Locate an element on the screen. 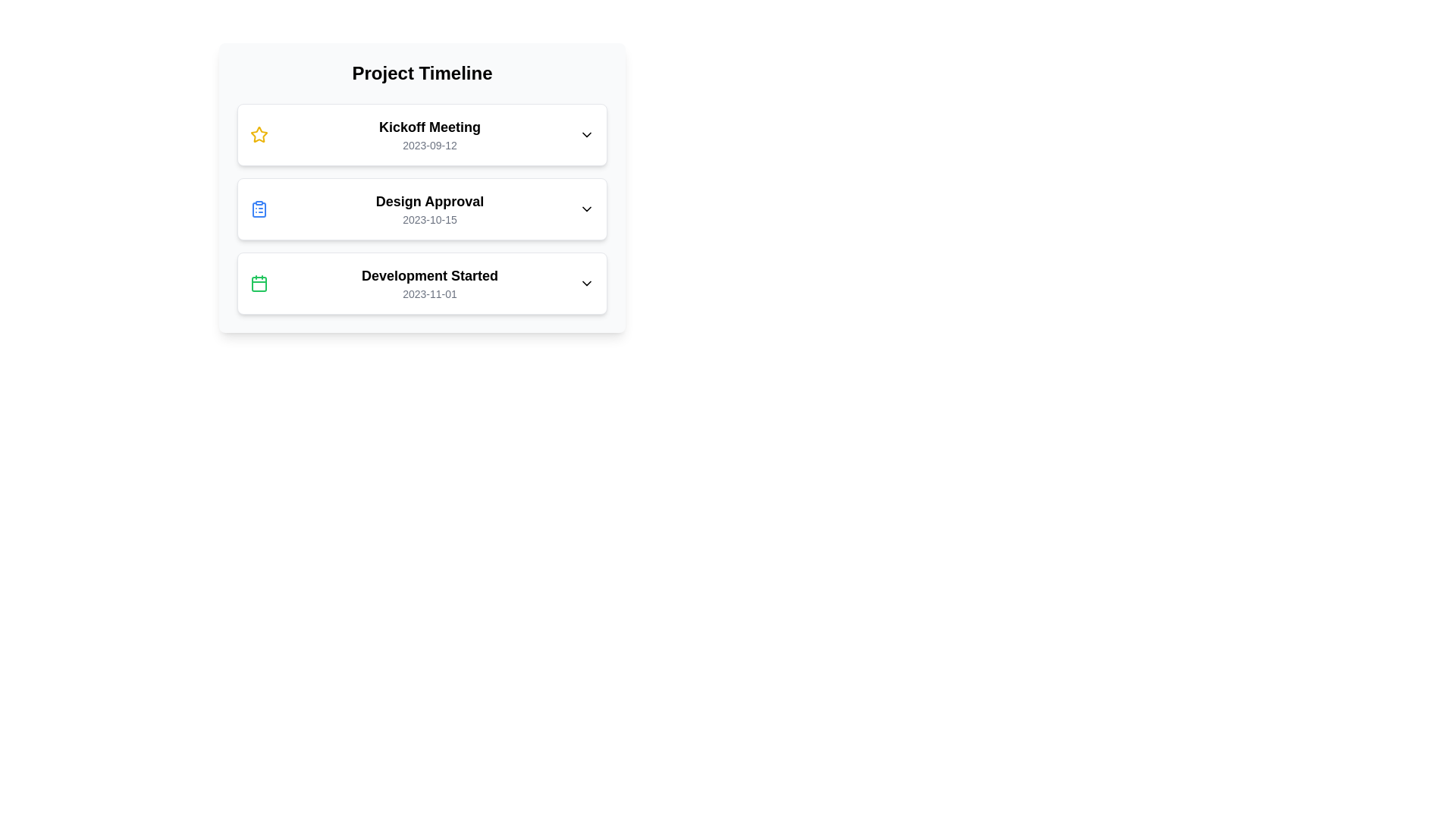 Image resolution: width=1456 pixels, height=819 pixels. the third timeline entry that displays the start of development along with its corresponding date, located below 'Design Approval' is located at coordinates (428, 284).